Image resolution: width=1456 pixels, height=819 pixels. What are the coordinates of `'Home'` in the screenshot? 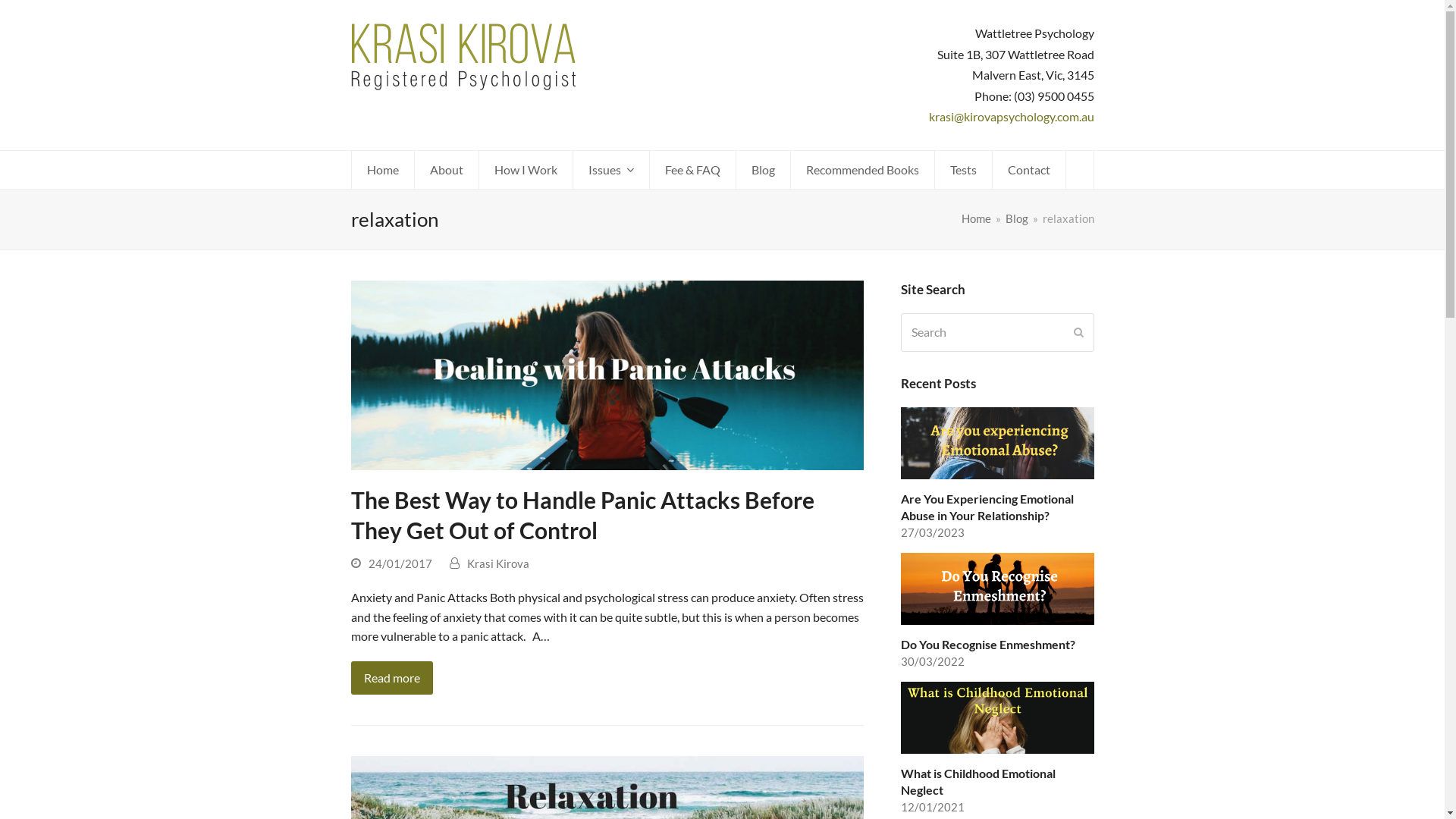 It's located at (960, 218).